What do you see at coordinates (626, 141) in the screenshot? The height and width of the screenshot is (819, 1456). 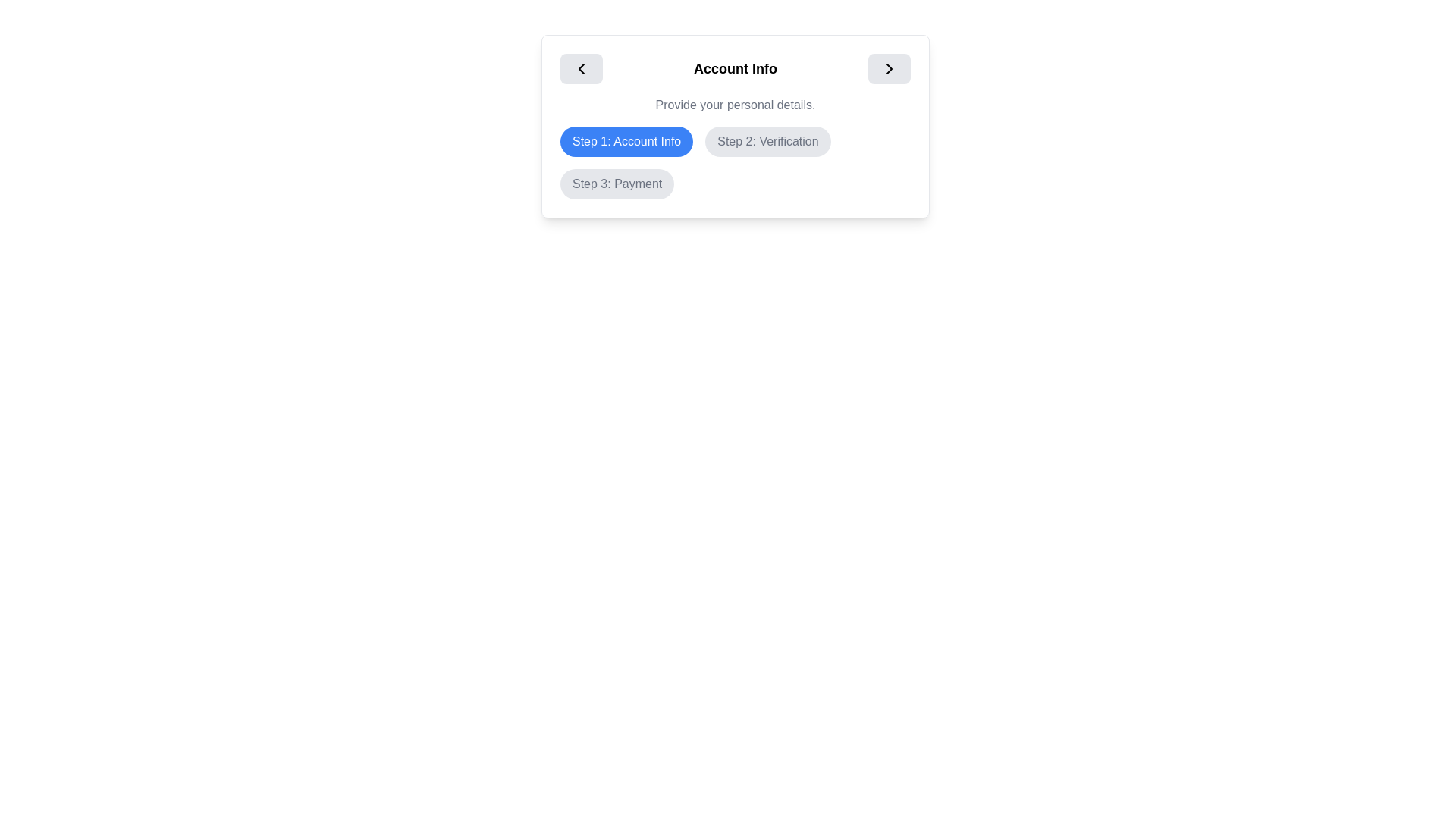 I see `the first button in a row representing steps in a multi-step process, positioned above the 'Step 3: Payment' button` at bounding box center [626, 141].